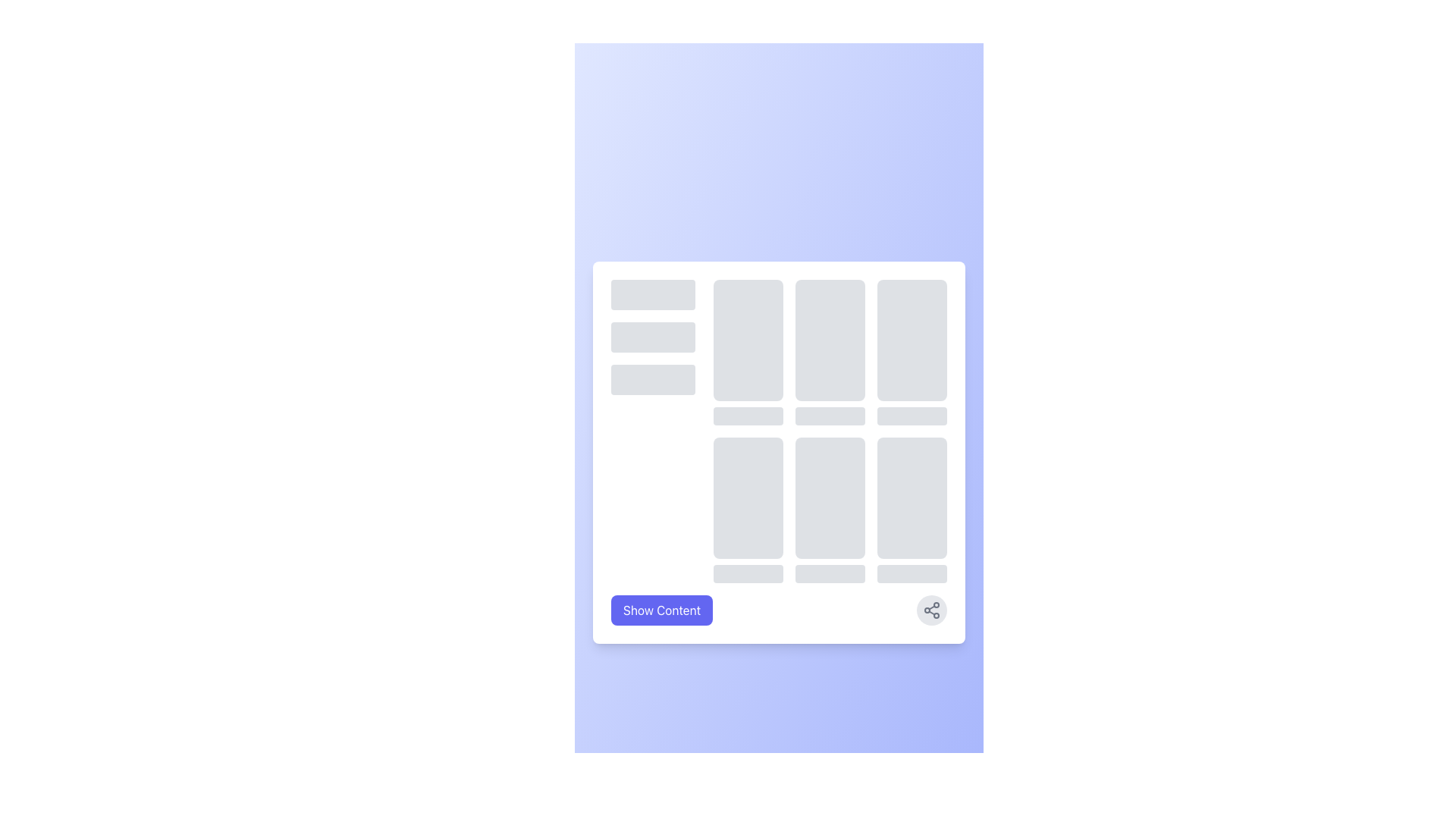 Image resolution: width=1456 pixels, height=819 pixels. What do you see at coordinates (911, 353) in the screenshot?
I see `the Placeholder element located in the third column of the first row within the grid layout, which is a non-interactive visual component used` at bounding box center [911, 353].